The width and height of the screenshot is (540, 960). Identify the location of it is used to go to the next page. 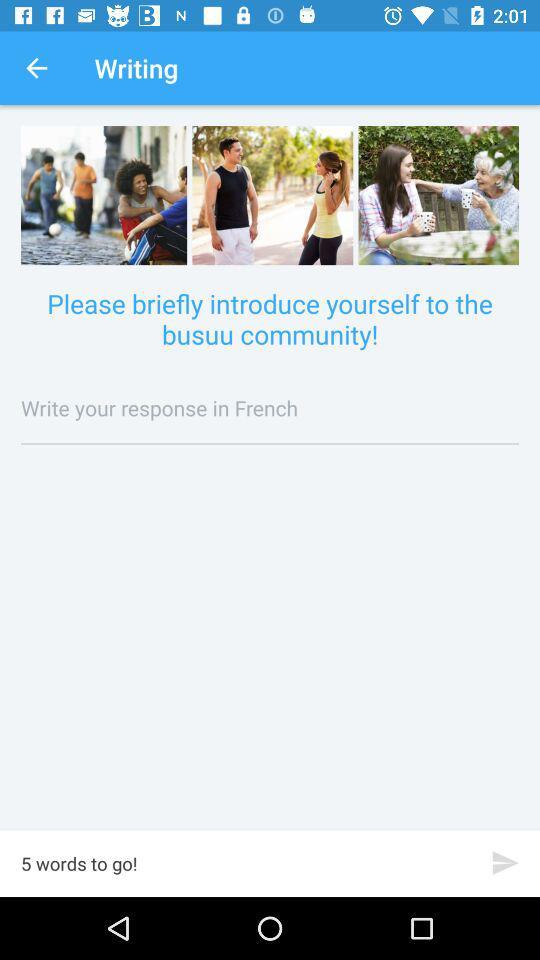
(504, 862).